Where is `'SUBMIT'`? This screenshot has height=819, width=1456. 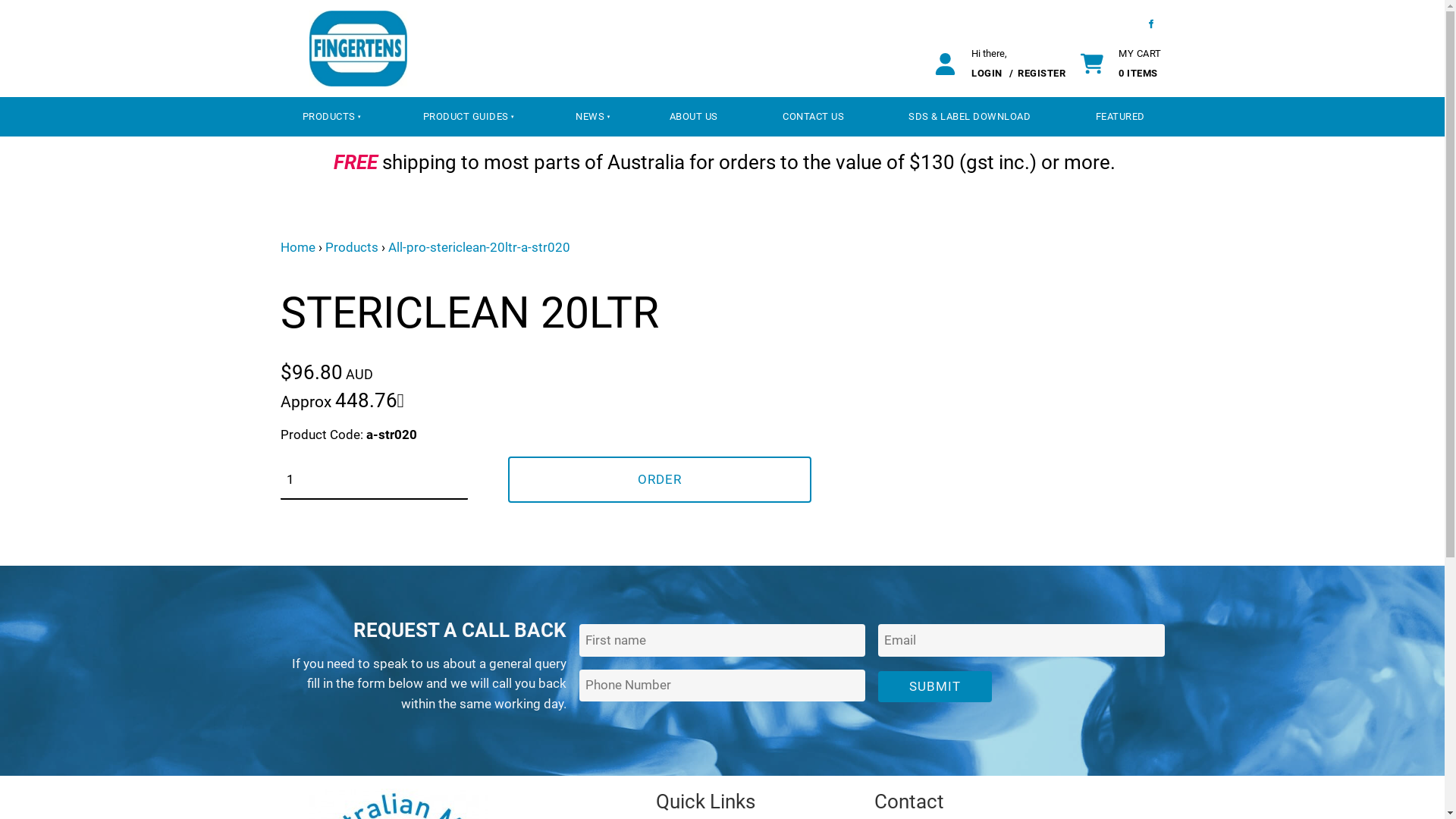 'SUBMIT' is located at coordinates (934, 687).